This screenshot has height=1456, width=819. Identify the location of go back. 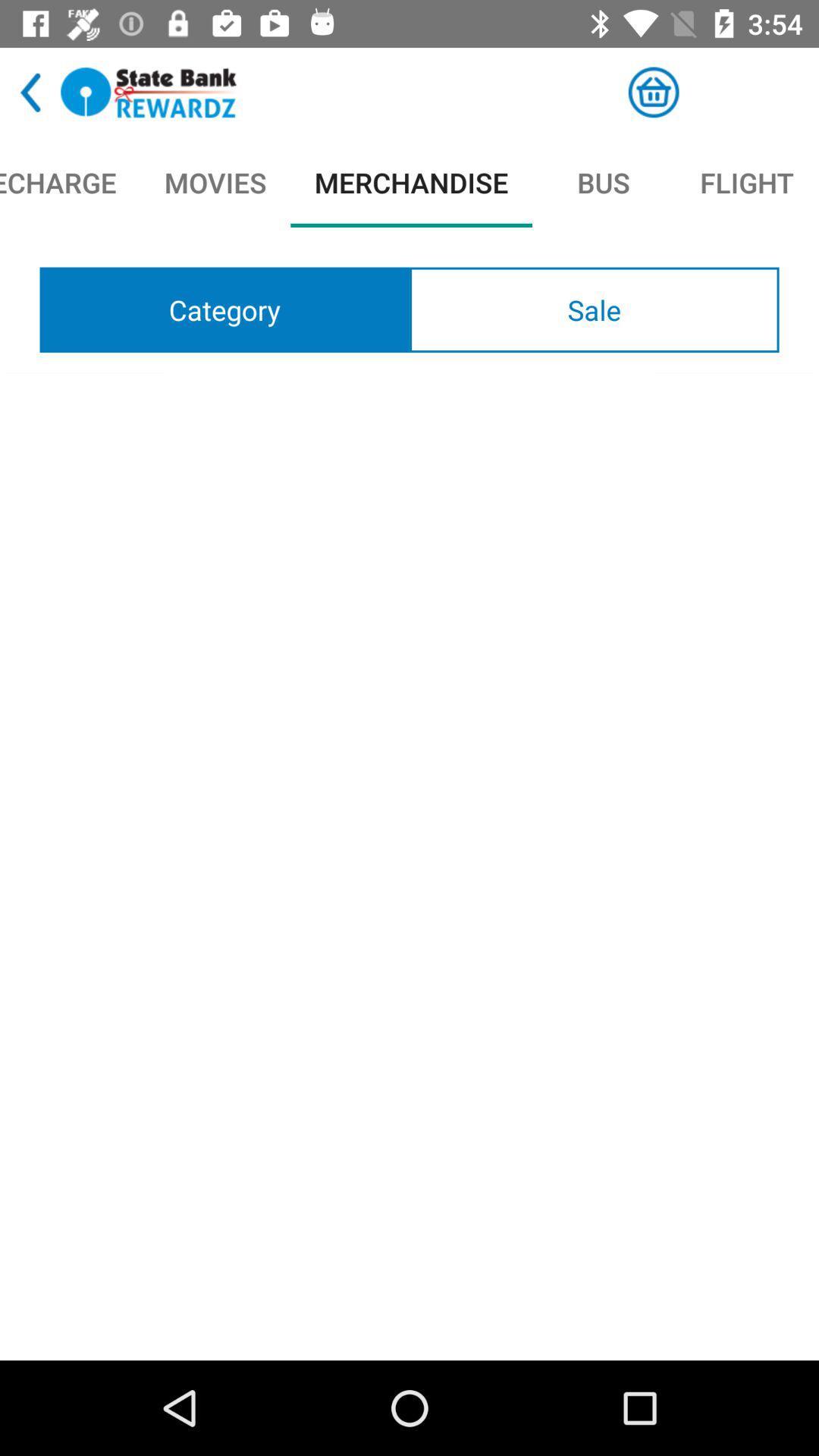
(30, 92).